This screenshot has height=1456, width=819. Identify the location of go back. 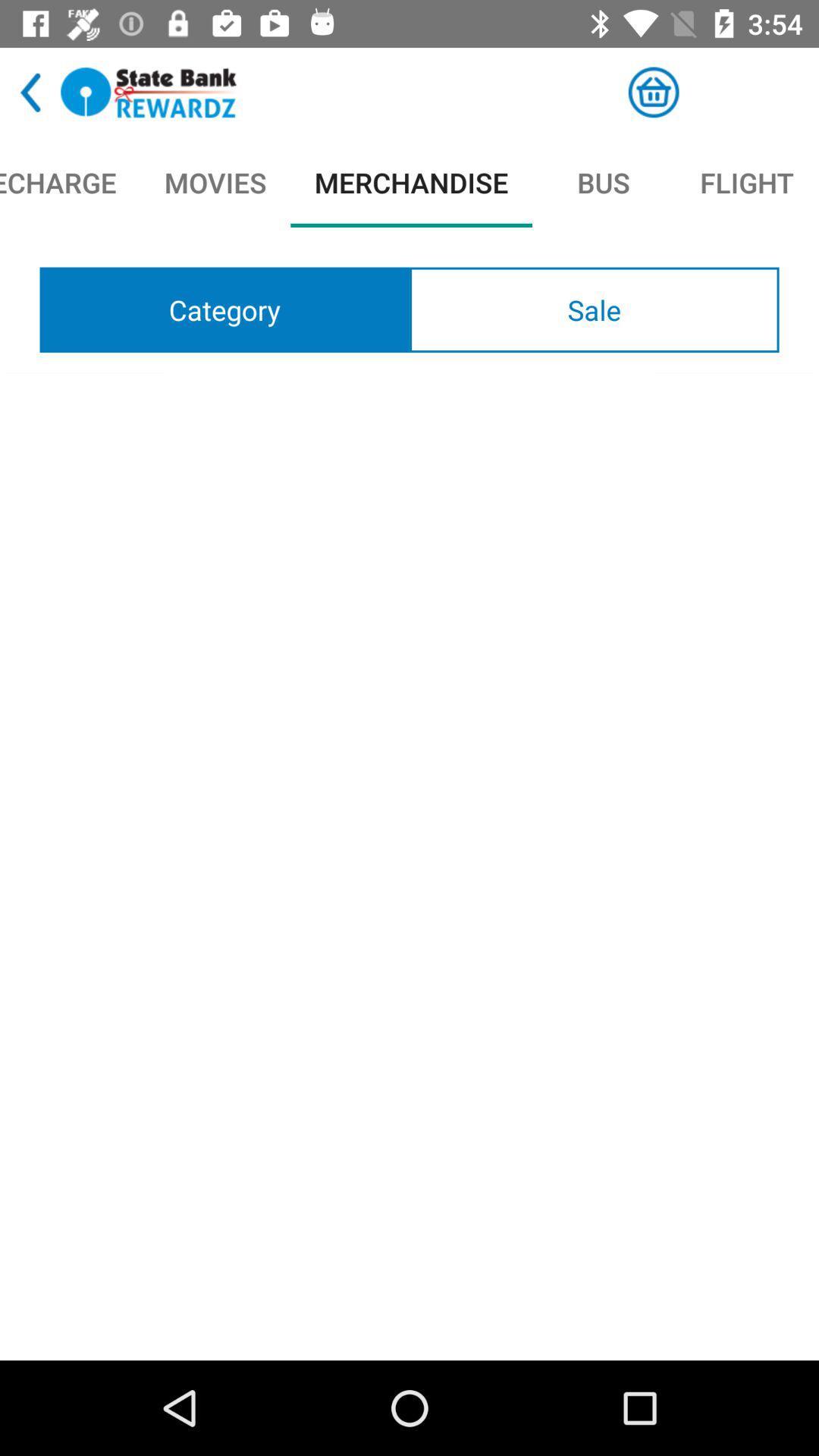
(30, 92).